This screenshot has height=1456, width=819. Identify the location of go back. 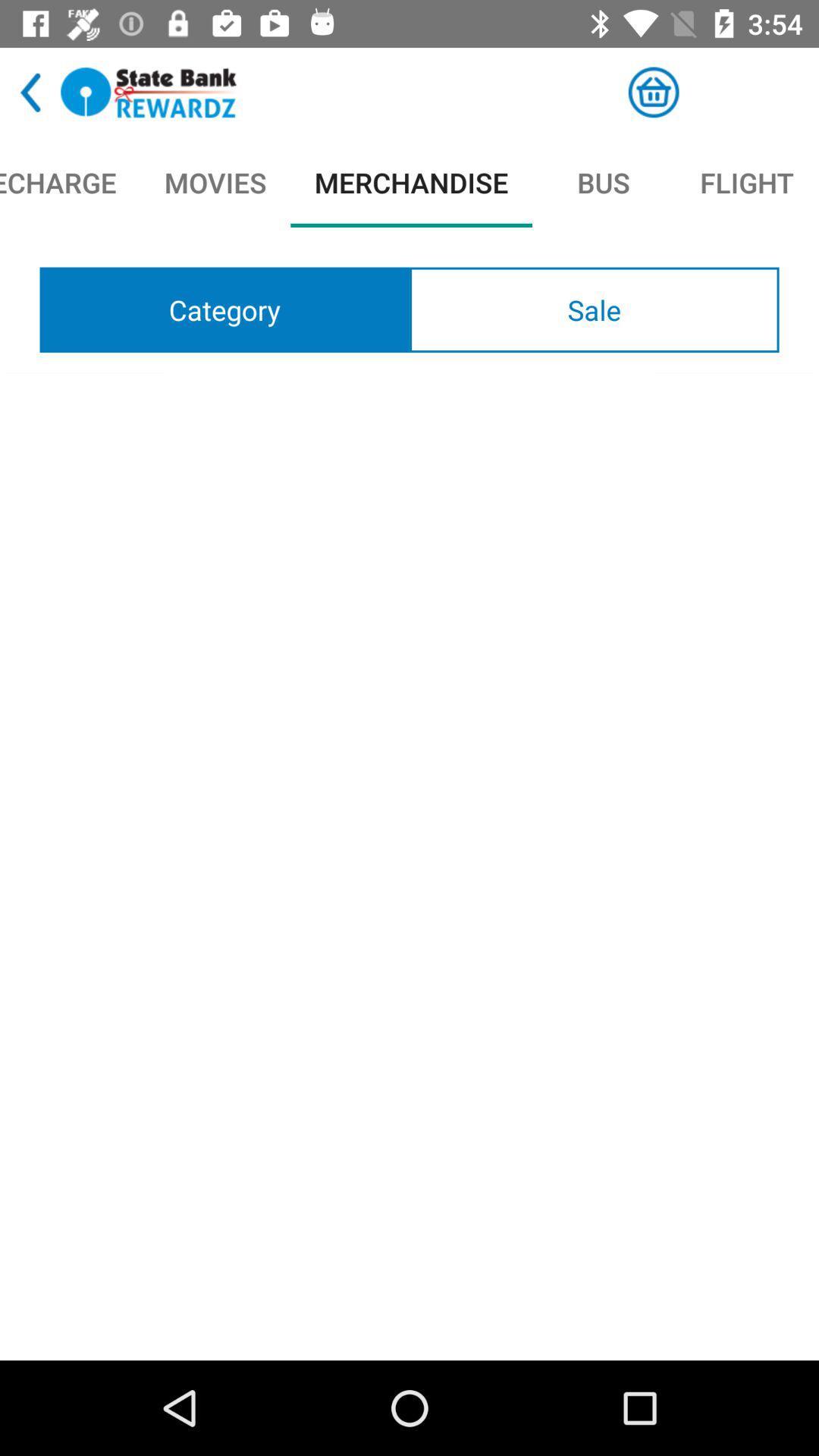
(30, 92).